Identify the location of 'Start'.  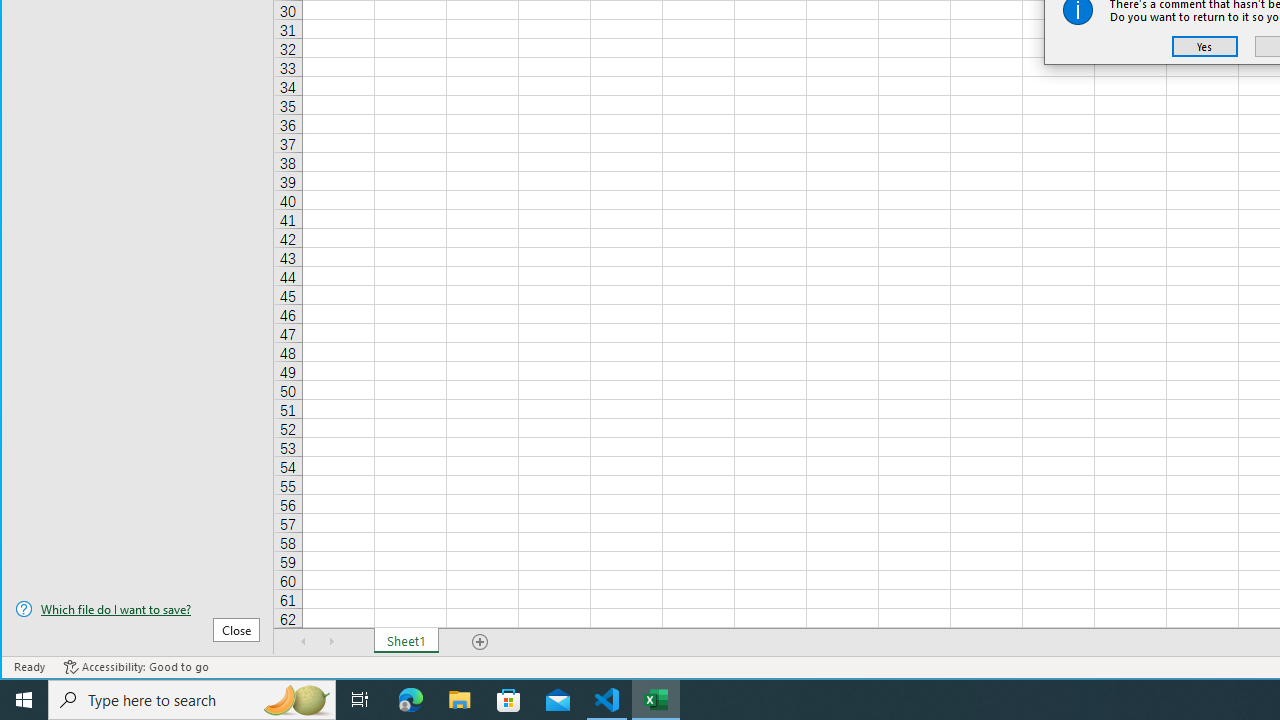
(24, 698).